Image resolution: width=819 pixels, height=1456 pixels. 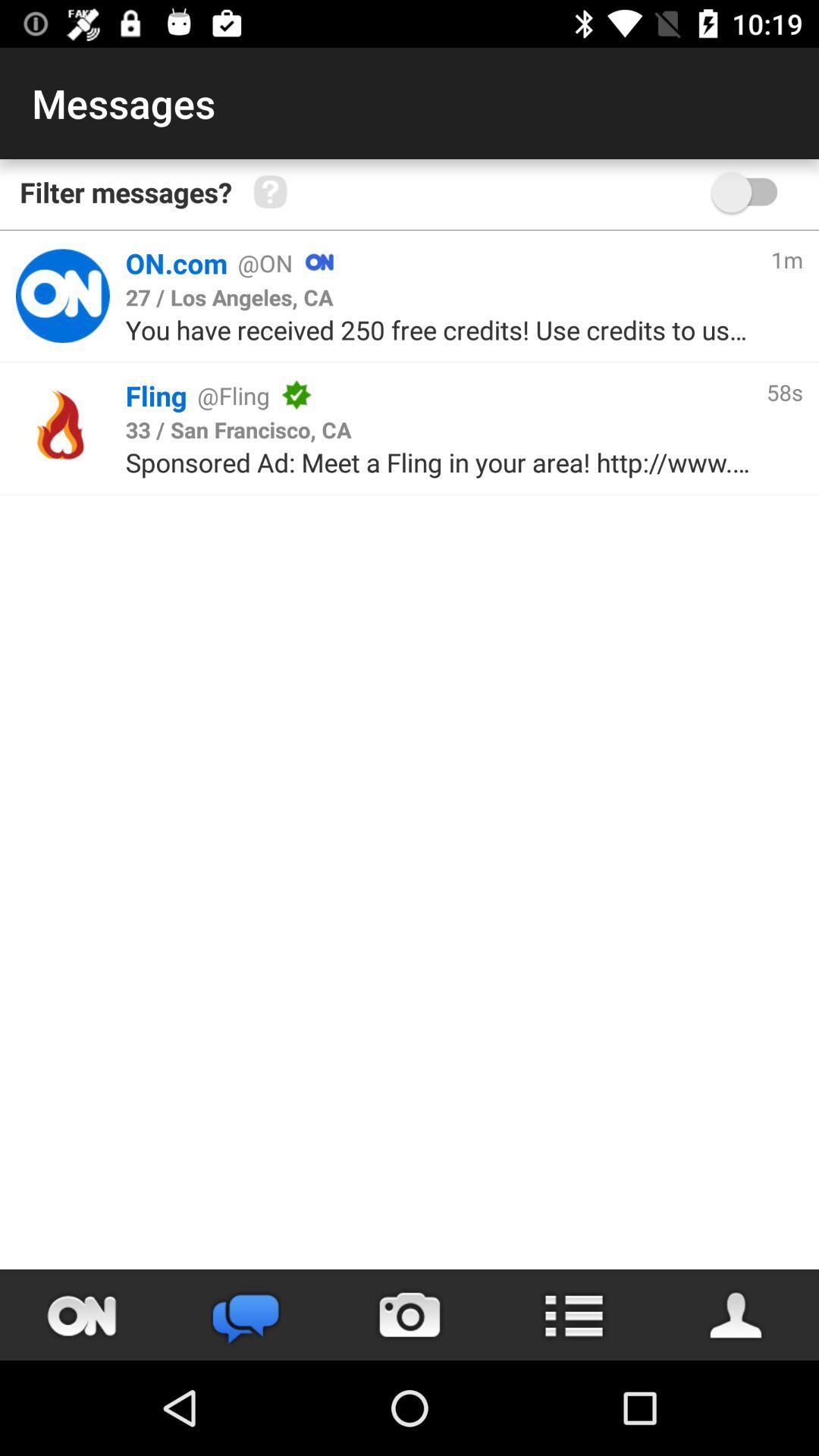 I want to click on person, so click(x=736, y=1314).